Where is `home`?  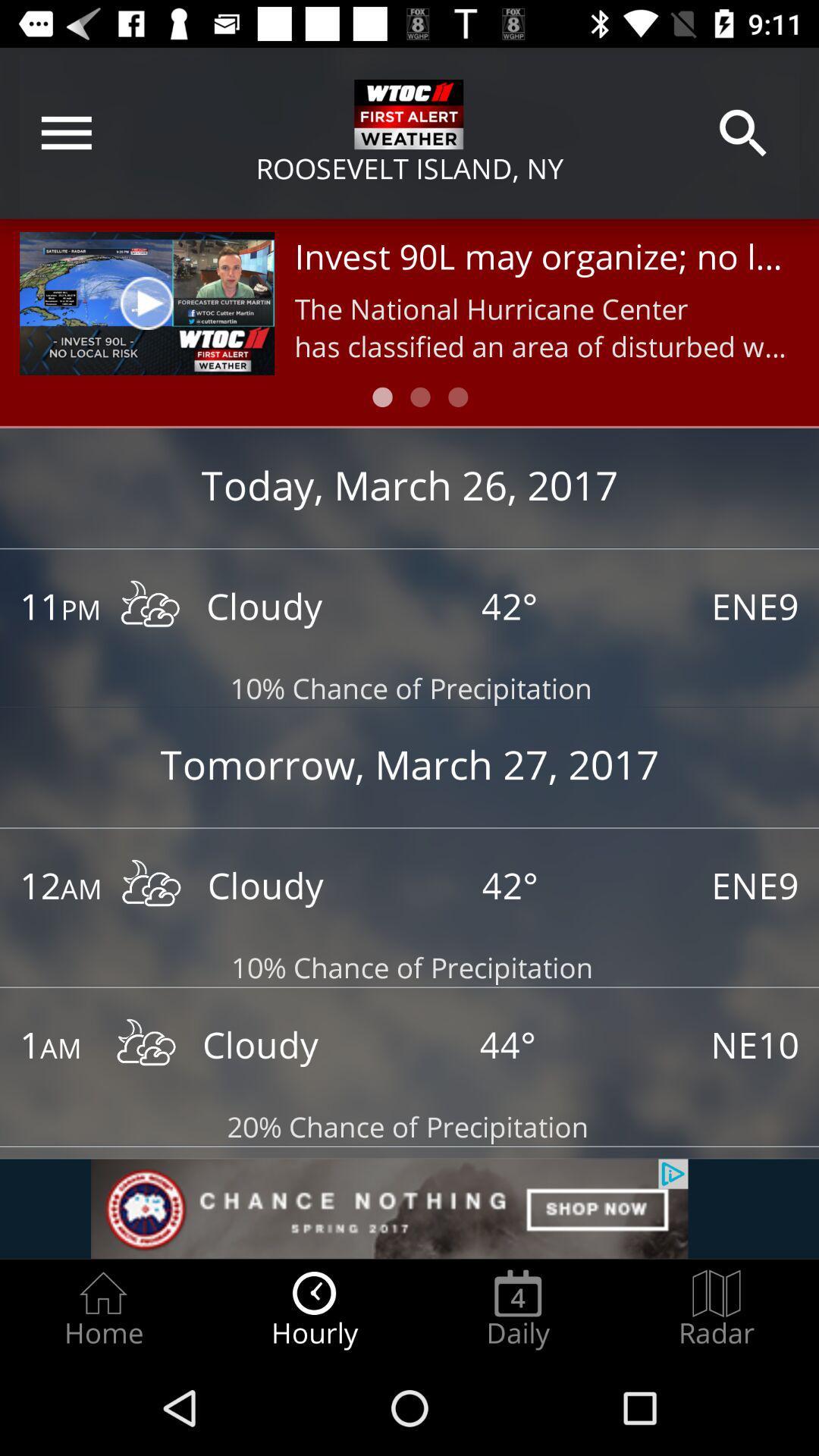
home is located at coordinates (102, 1309).